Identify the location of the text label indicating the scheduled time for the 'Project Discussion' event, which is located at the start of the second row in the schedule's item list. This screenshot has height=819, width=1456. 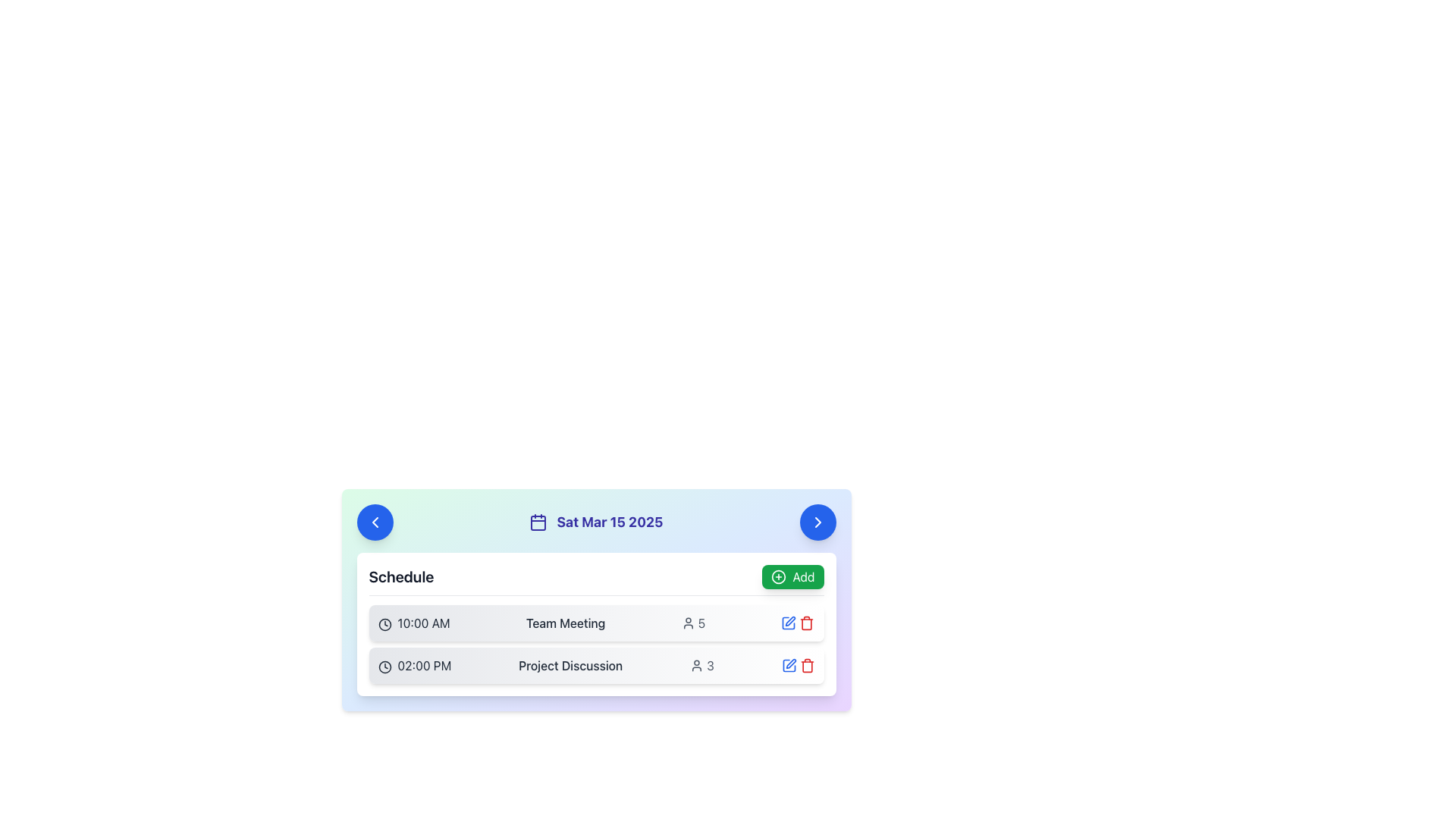
(414, 665).